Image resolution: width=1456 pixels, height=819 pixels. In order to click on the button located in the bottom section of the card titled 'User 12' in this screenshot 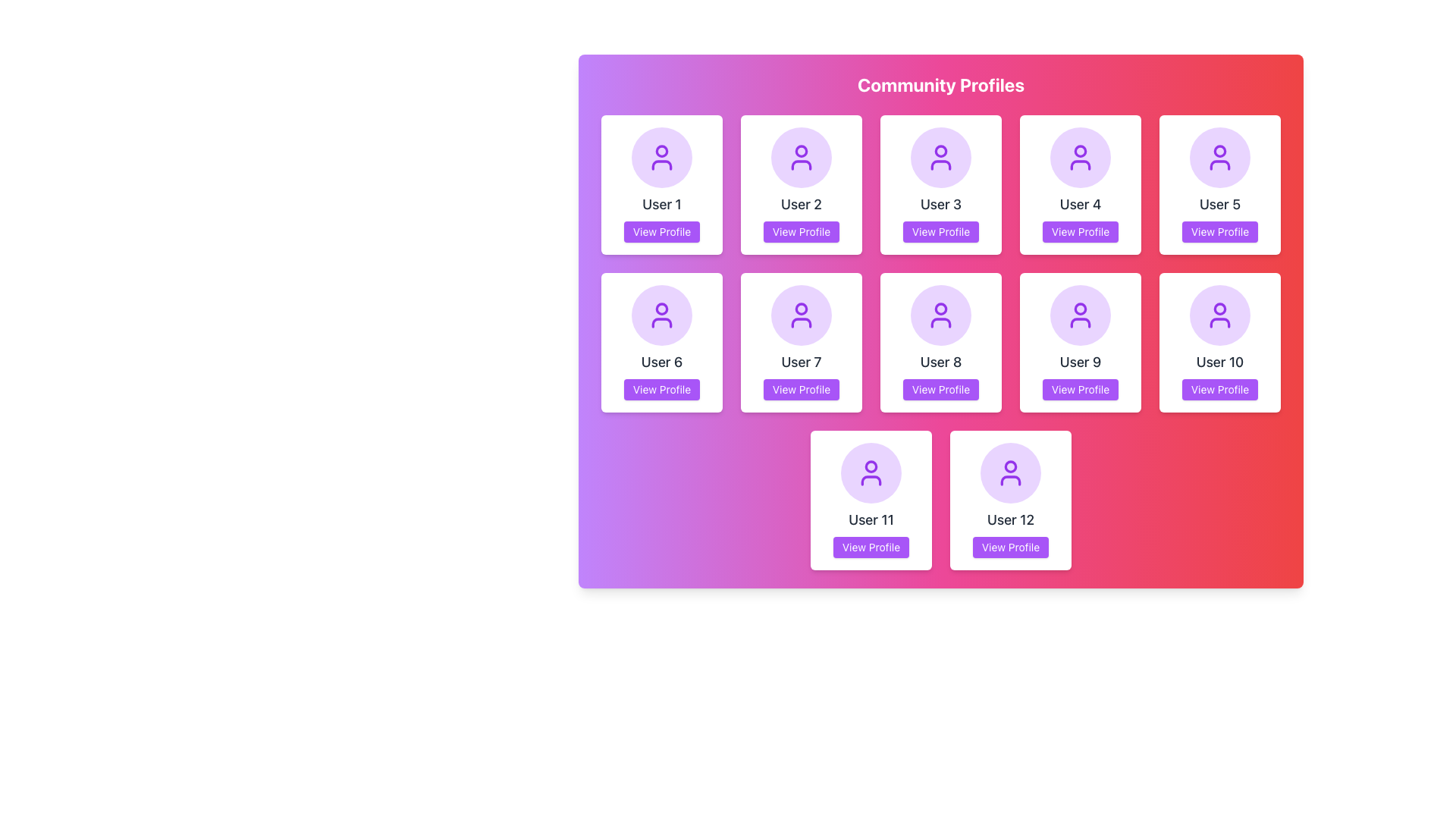, I will do `click(1011, 547)`.